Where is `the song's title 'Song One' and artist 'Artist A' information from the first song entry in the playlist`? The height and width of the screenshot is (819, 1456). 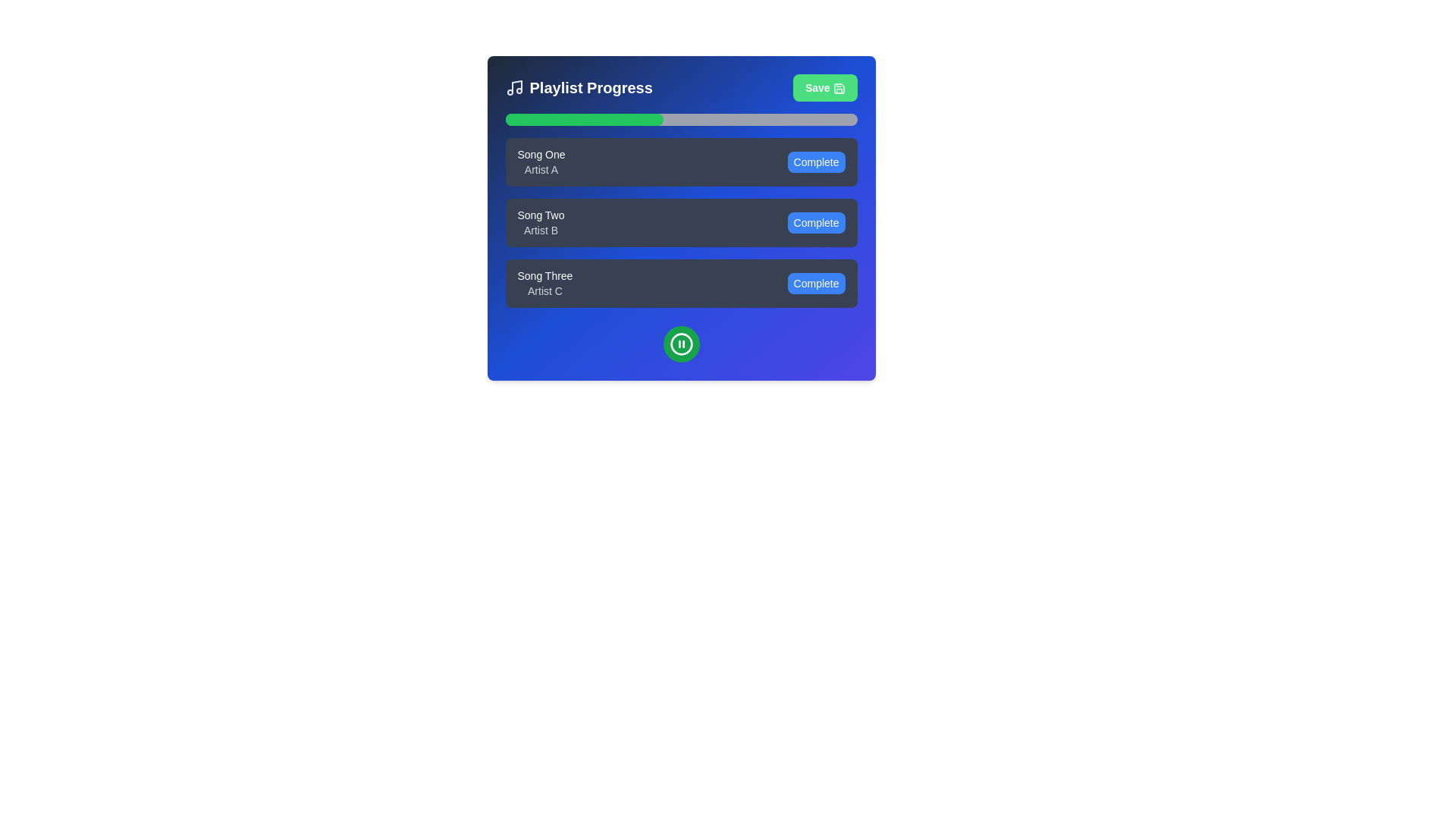 the song's title 'Song One' and artist 'Artist A' information from the first song entry in the playlist is located at coordinates (680, 162).